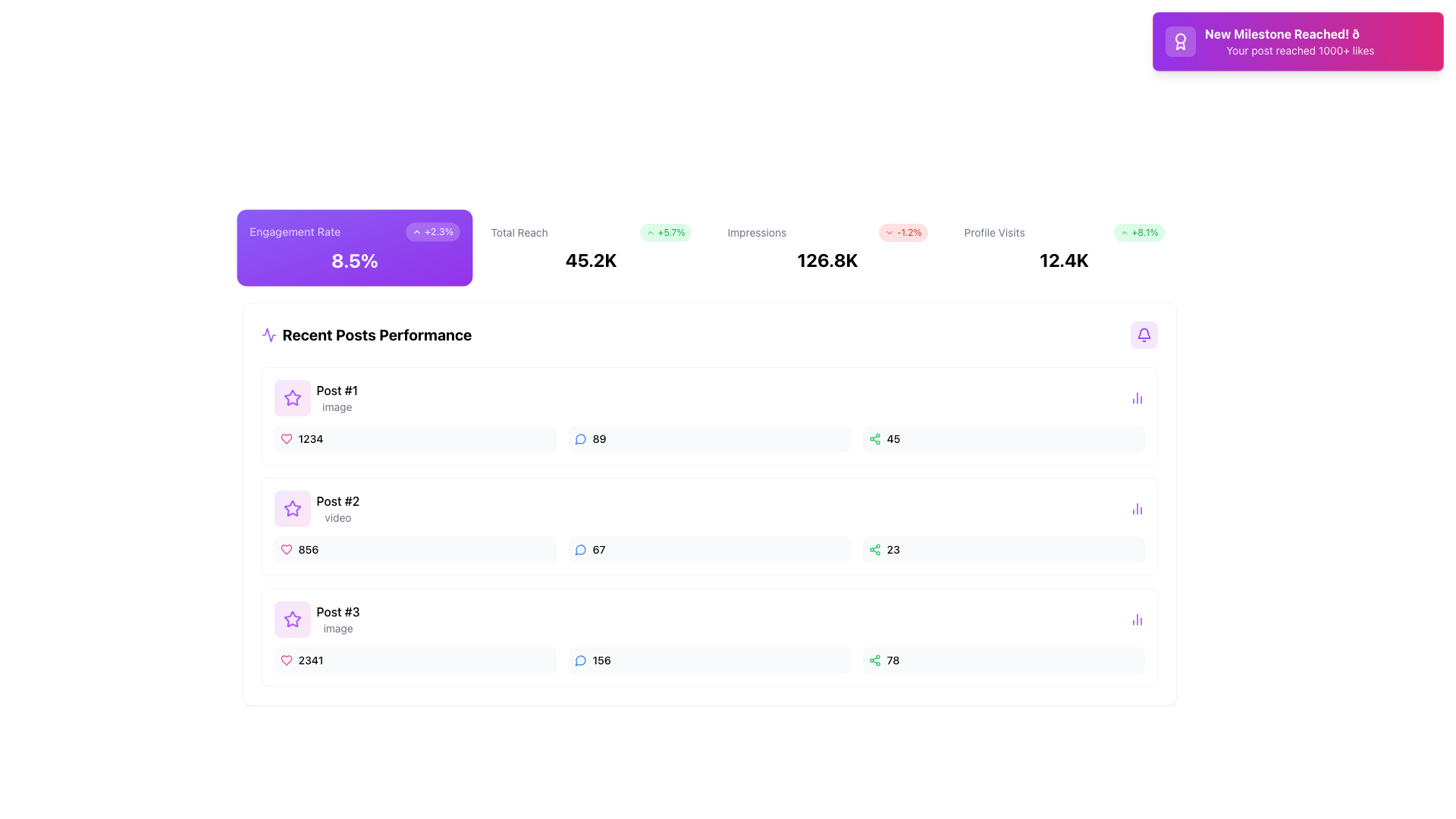 This screenshot has height=819, width=1456. I want to click on the Chevron Down icon located inside the rounded badge displaying '-1.2%' in red text, positioned to the right of the text within the performance metrics section in the 'Impressions' column, so click(889, 233).